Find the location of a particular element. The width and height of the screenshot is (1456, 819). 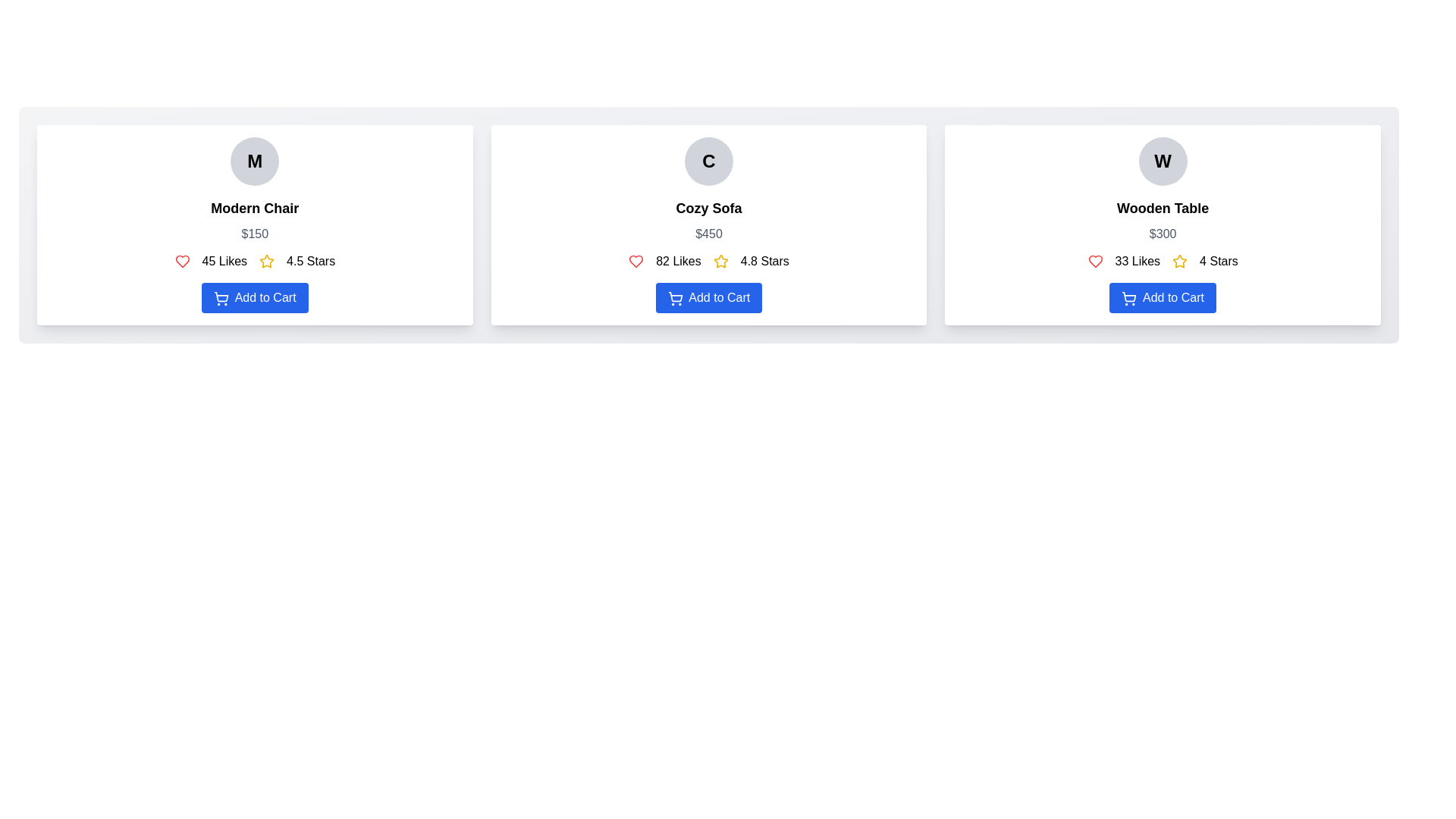

the button that adds the 'Cozy Sofa' product to the cart is located at coordinates (708, 298).